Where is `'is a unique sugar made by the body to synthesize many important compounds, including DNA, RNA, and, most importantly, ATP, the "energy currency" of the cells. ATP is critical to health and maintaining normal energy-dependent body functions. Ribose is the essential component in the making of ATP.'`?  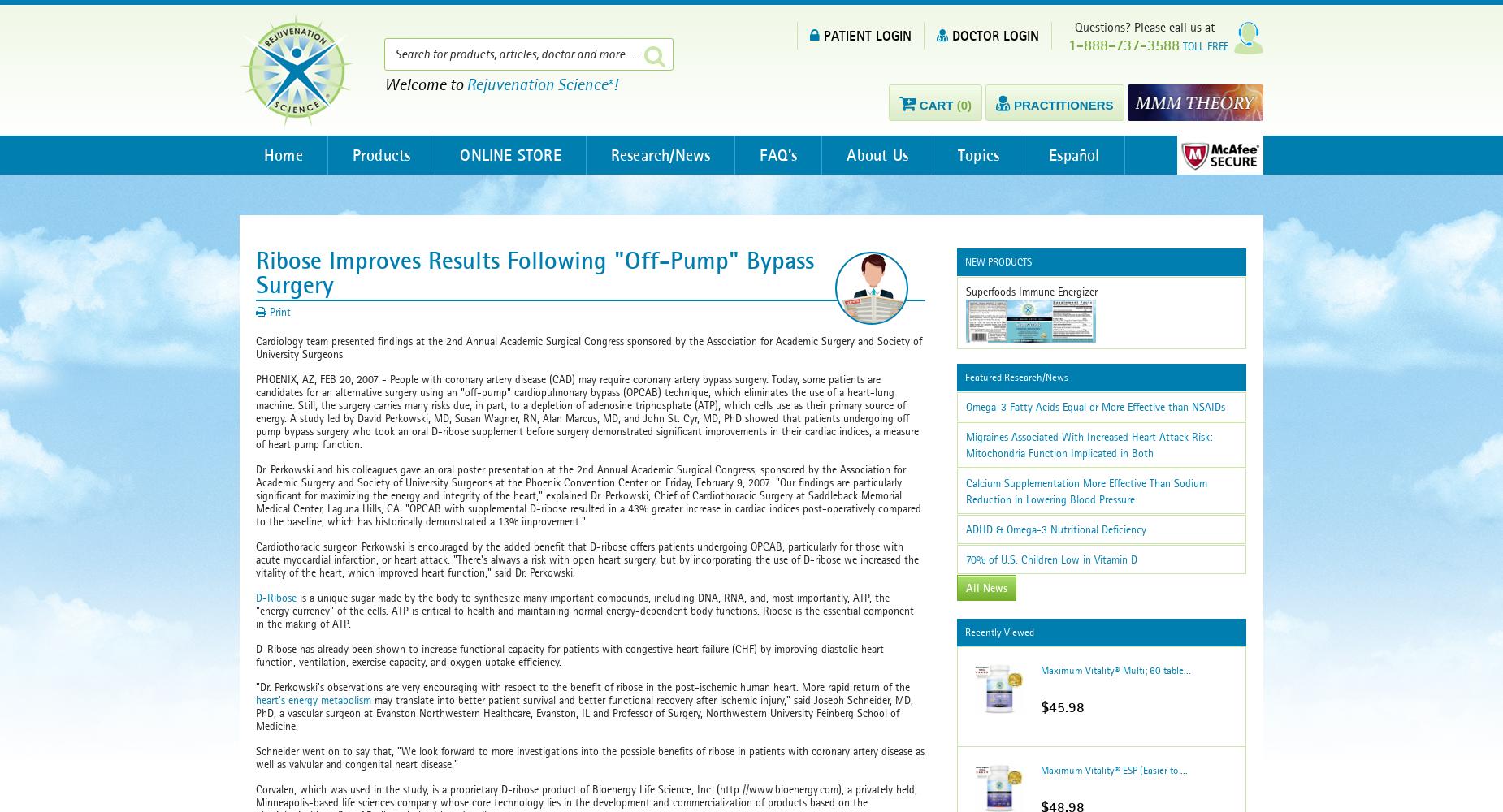
'is a unique sugar made by the body to synthesize many important compounds, including DNA, RNA, and, most importantly, ATP, the "energy currency" of the cells. ATP is critical to health and maintaining normal energy-dependent body functions. Ribose is the essential component in the making of ATP.' is located at coordinates (585, 611).